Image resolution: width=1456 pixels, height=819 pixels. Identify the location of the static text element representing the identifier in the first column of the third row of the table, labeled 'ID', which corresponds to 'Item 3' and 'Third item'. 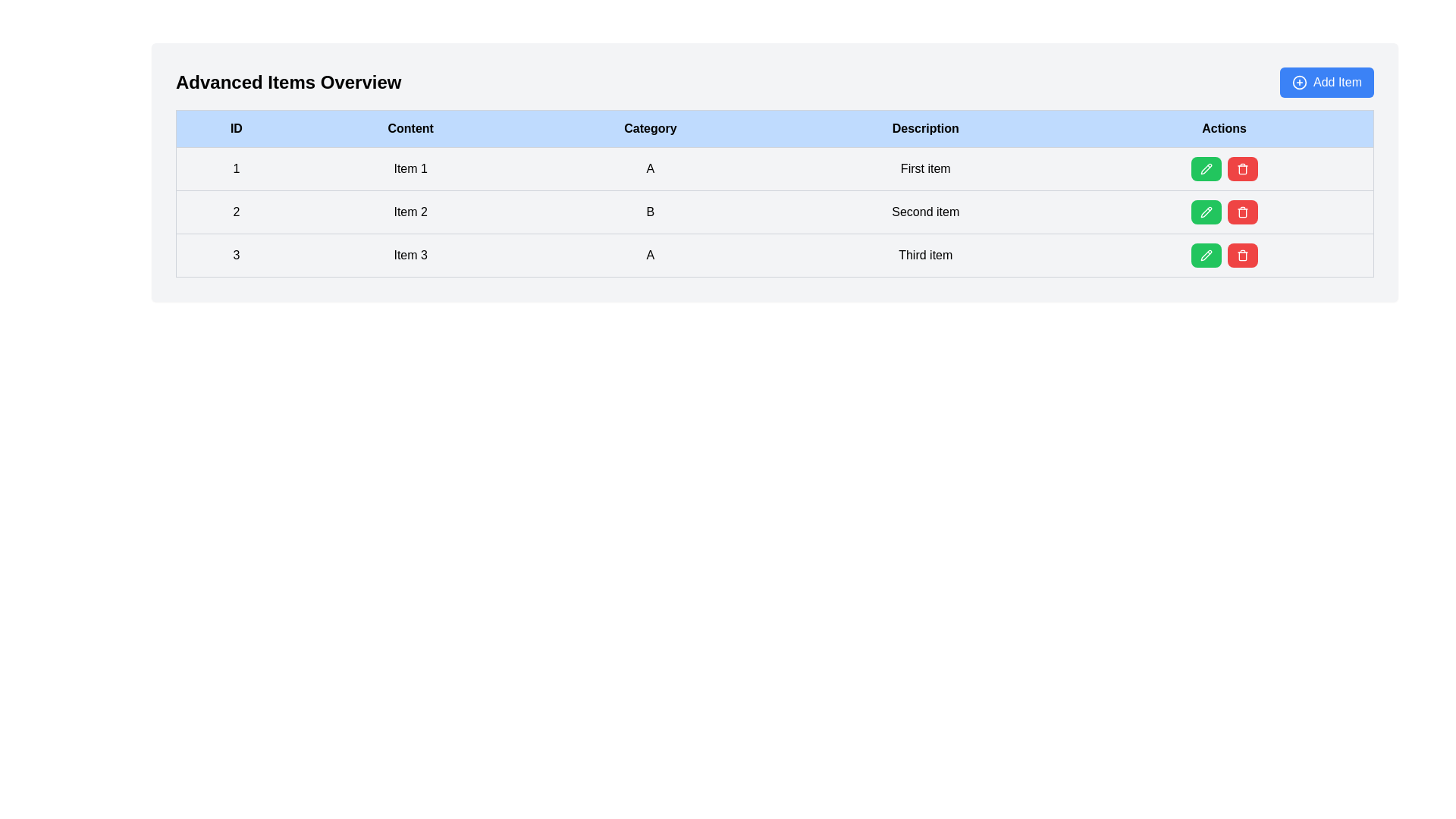
(235, 254).